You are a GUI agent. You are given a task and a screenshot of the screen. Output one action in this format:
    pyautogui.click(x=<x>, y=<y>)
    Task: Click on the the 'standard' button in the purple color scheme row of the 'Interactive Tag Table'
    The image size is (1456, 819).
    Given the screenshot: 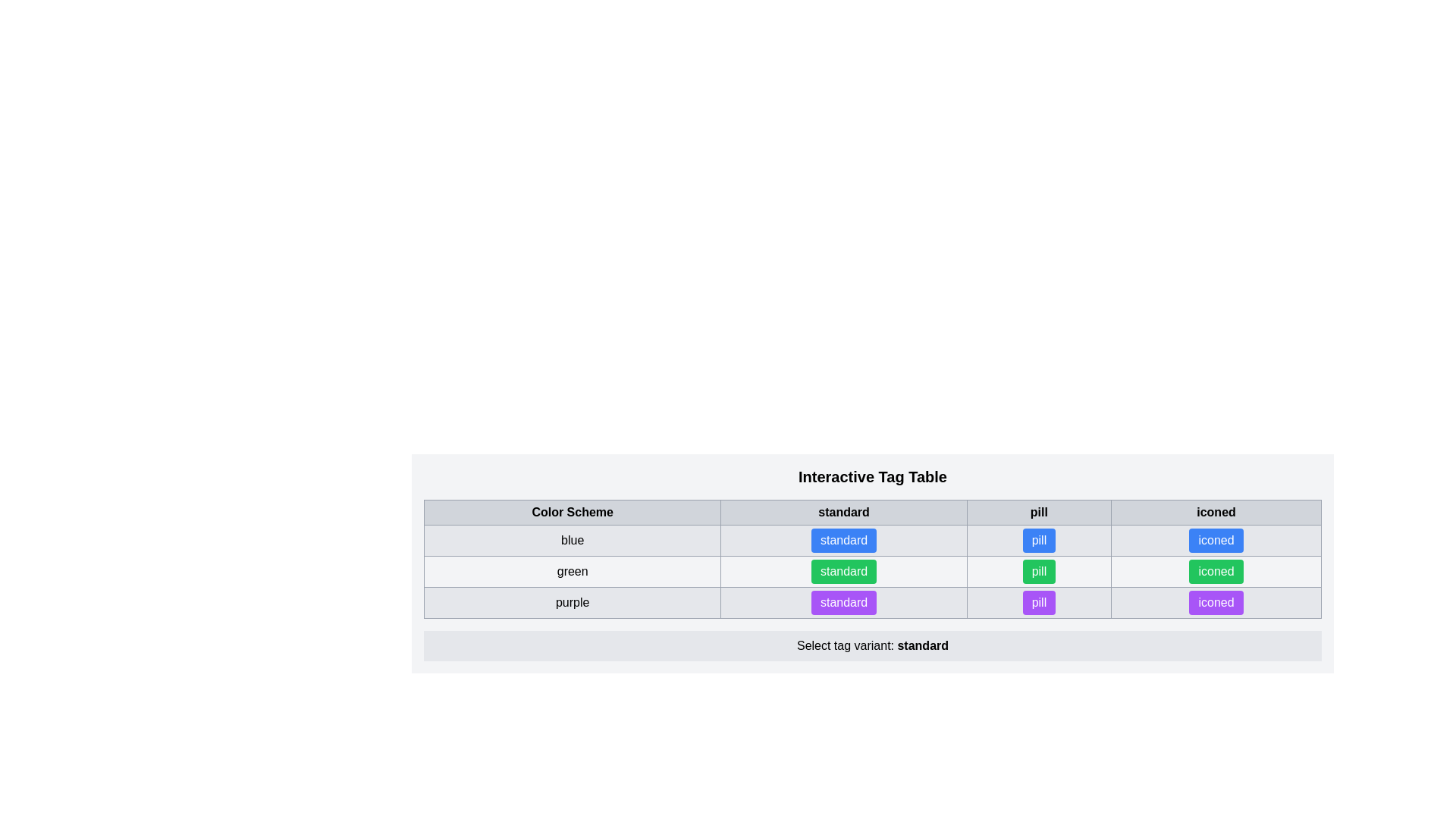 What is the action you would take?
    pyautogui.click(x=843, y=601)
    